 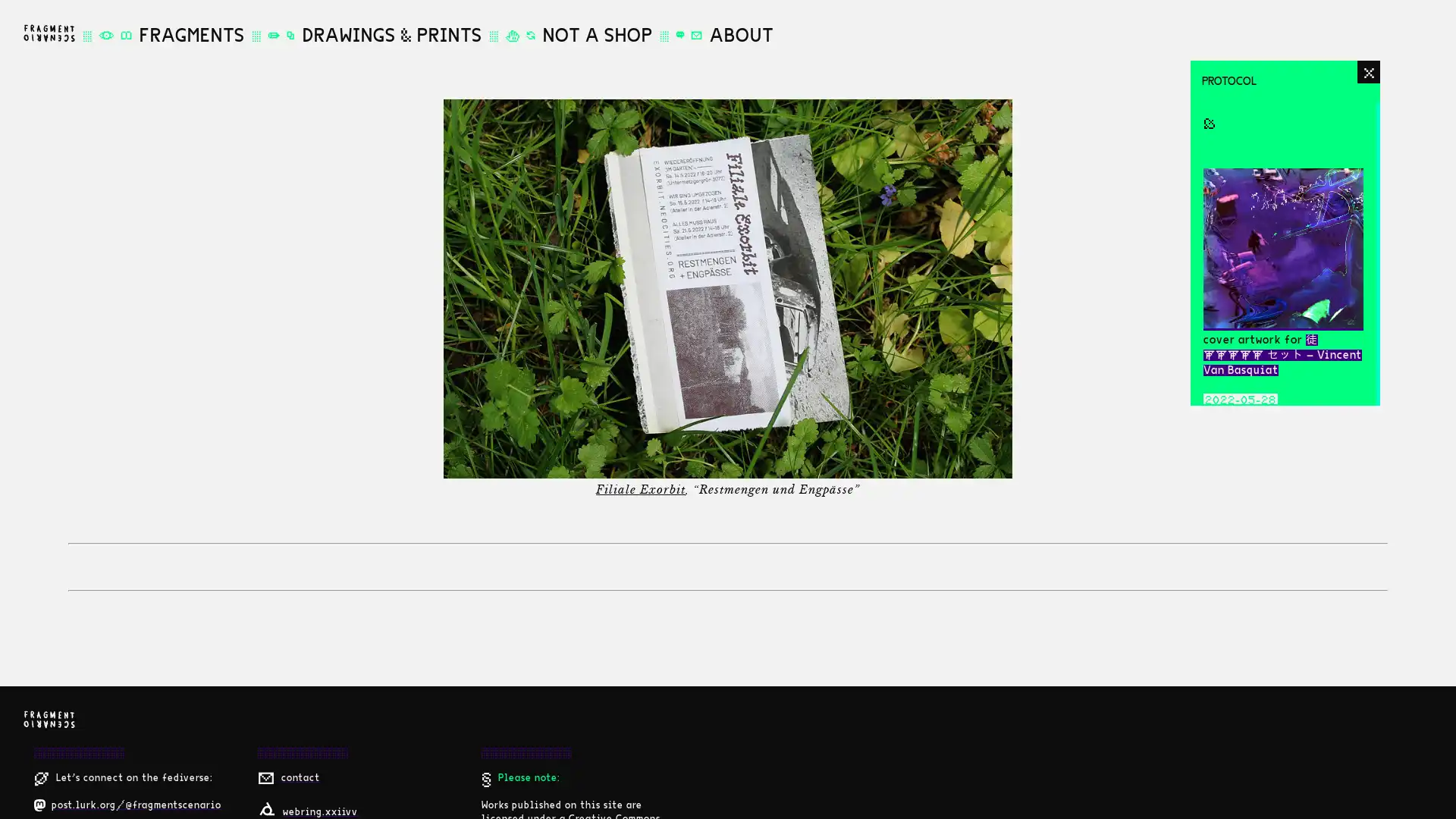 I want to click on Close, so click(x=1368, y=72).